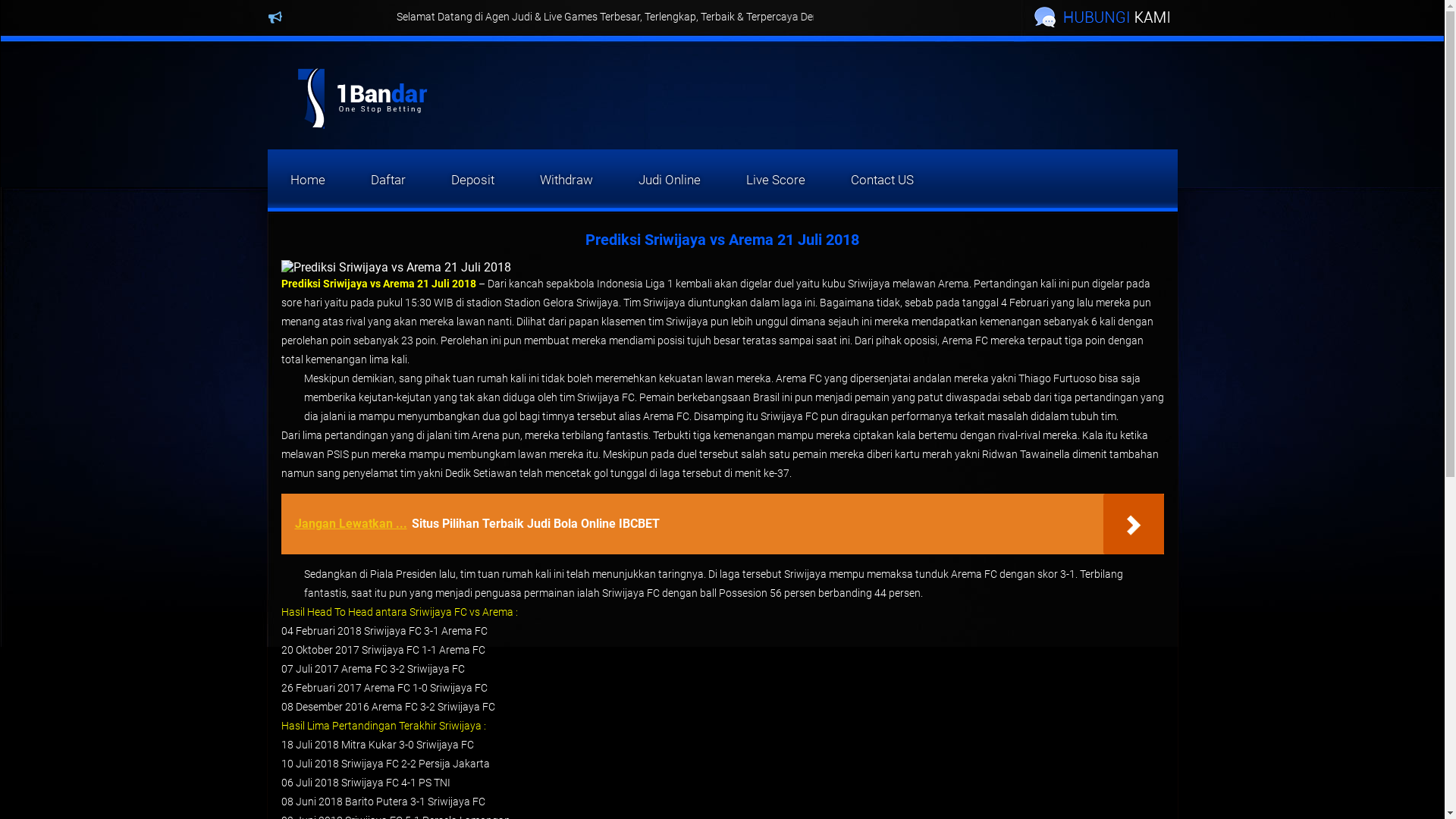 The width and height of the screenshot is (1456, 819). Describe the element at coordinates (882, 178) in the screenshot. I see `'Contact US'` at that location.